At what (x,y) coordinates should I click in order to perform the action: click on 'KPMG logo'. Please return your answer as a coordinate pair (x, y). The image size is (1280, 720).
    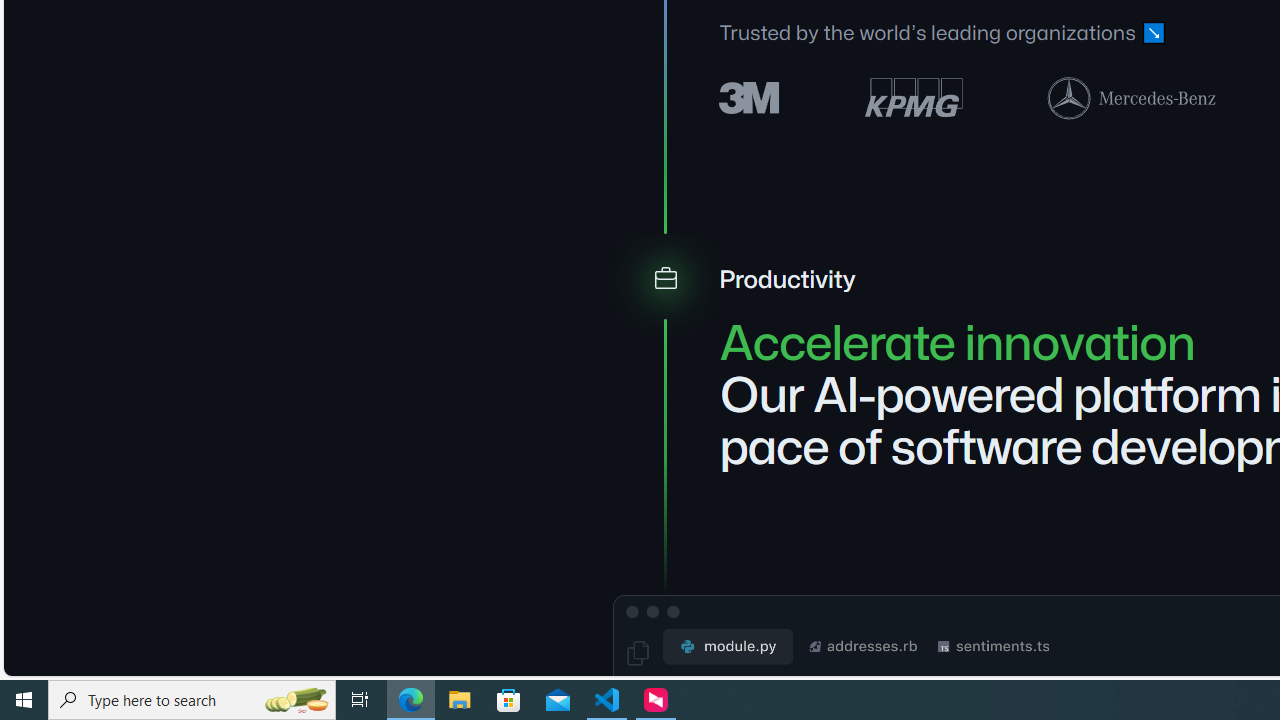
    Looking at the image, I should click on (912, 97).